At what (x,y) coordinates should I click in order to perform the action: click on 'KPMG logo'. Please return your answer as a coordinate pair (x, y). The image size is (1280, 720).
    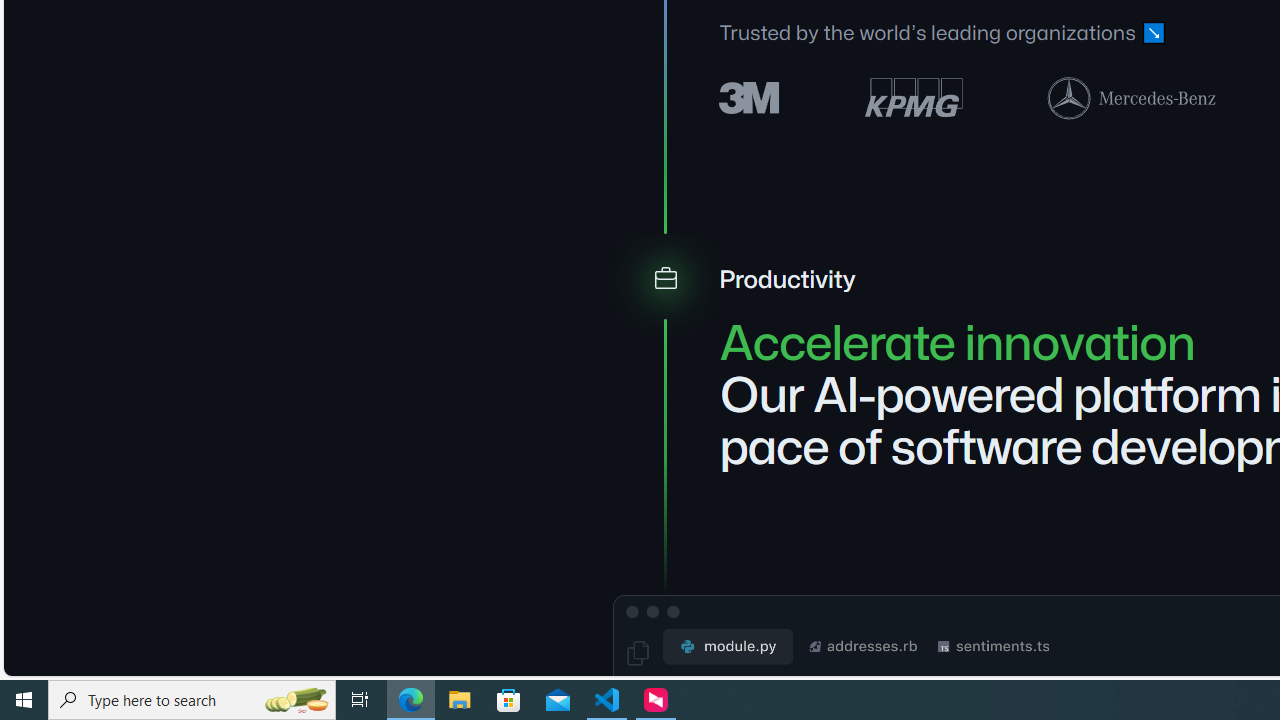
    Looking at the image, I should click on (912, 97).